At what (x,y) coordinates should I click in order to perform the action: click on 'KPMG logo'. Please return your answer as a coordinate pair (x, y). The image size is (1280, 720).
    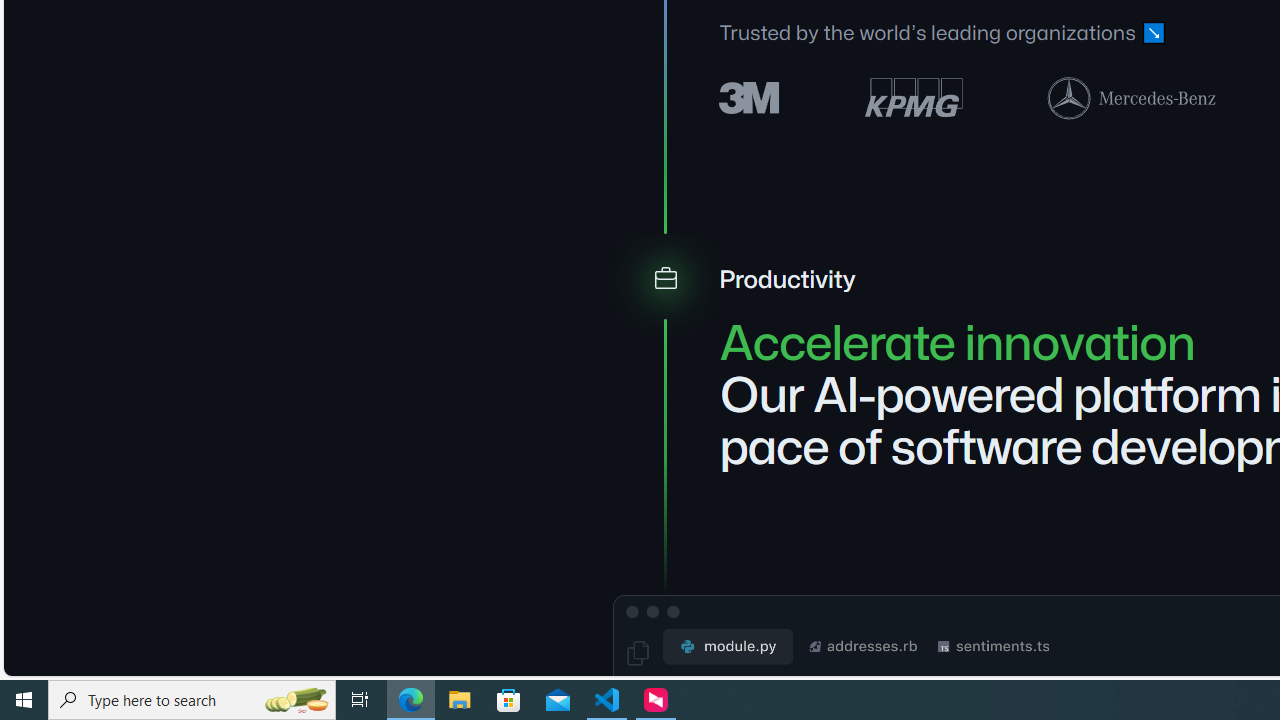
    Looking at the image, I should click on (912, 97).